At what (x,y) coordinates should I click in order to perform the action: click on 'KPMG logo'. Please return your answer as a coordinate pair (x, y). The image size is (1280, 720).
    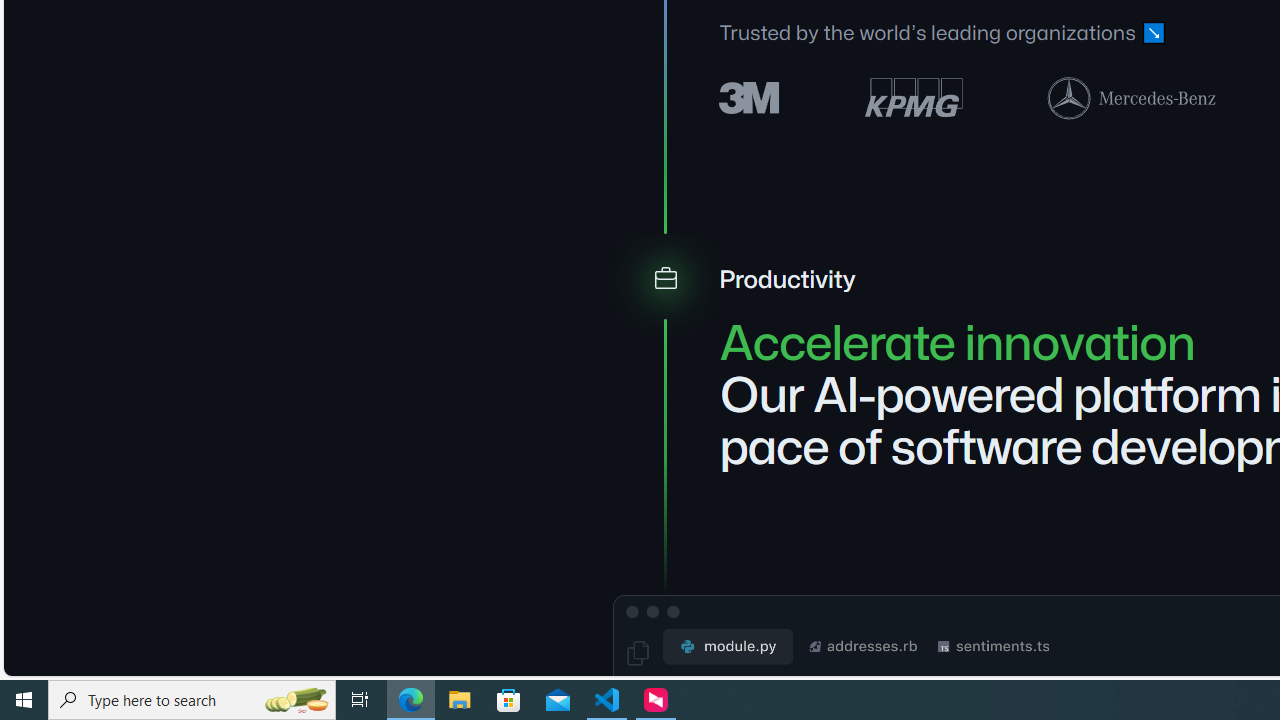
    Looking at the image, I should click on (912, 97).